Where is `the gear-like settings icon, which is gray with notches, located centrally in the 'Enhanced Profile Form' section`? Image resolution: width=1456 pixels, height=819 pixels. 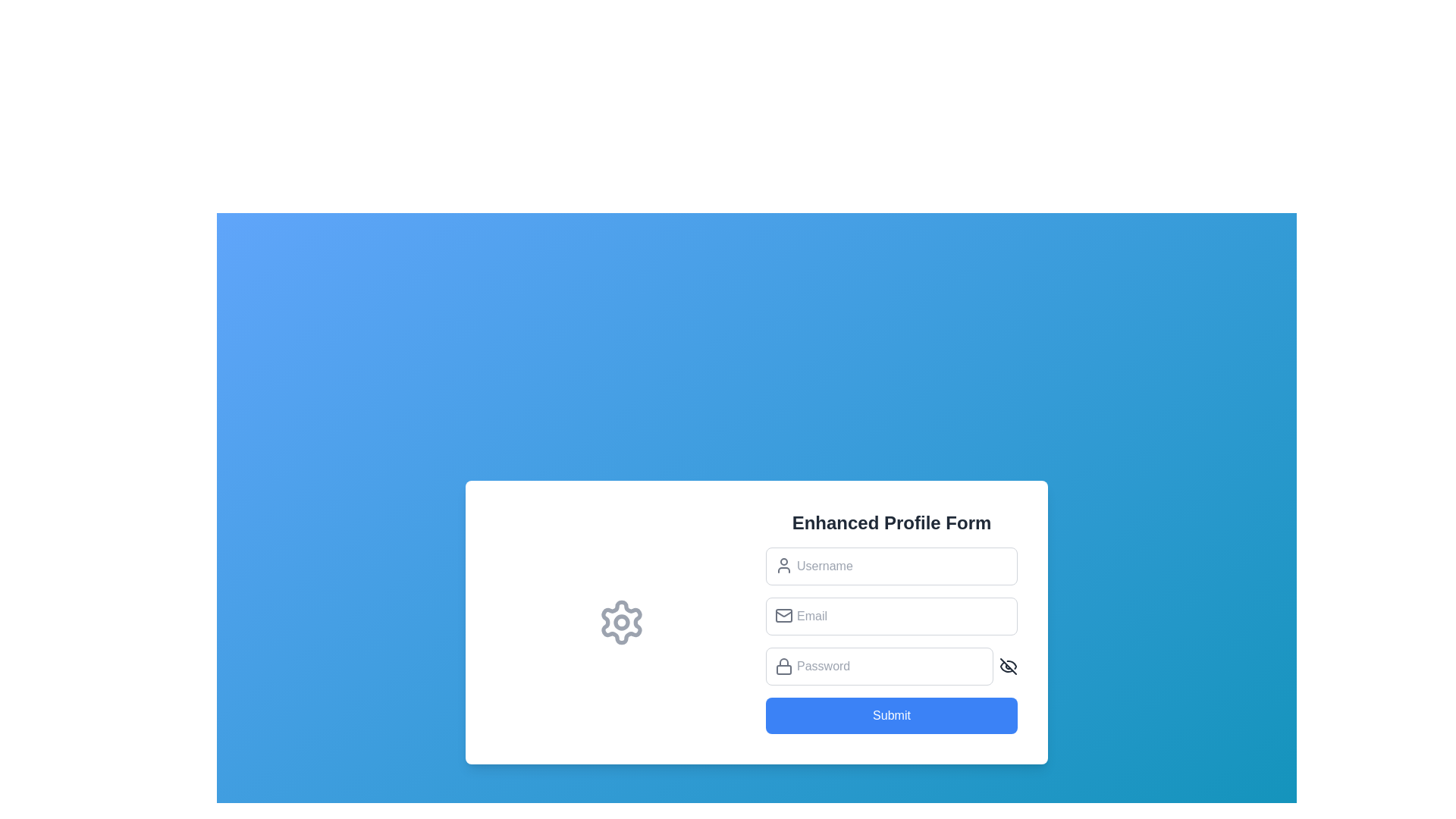 the gear-like settings icon, which is gray with notches, located centrally in the 'Enhanced Profile Form' section is located at coordinates (622, 623).